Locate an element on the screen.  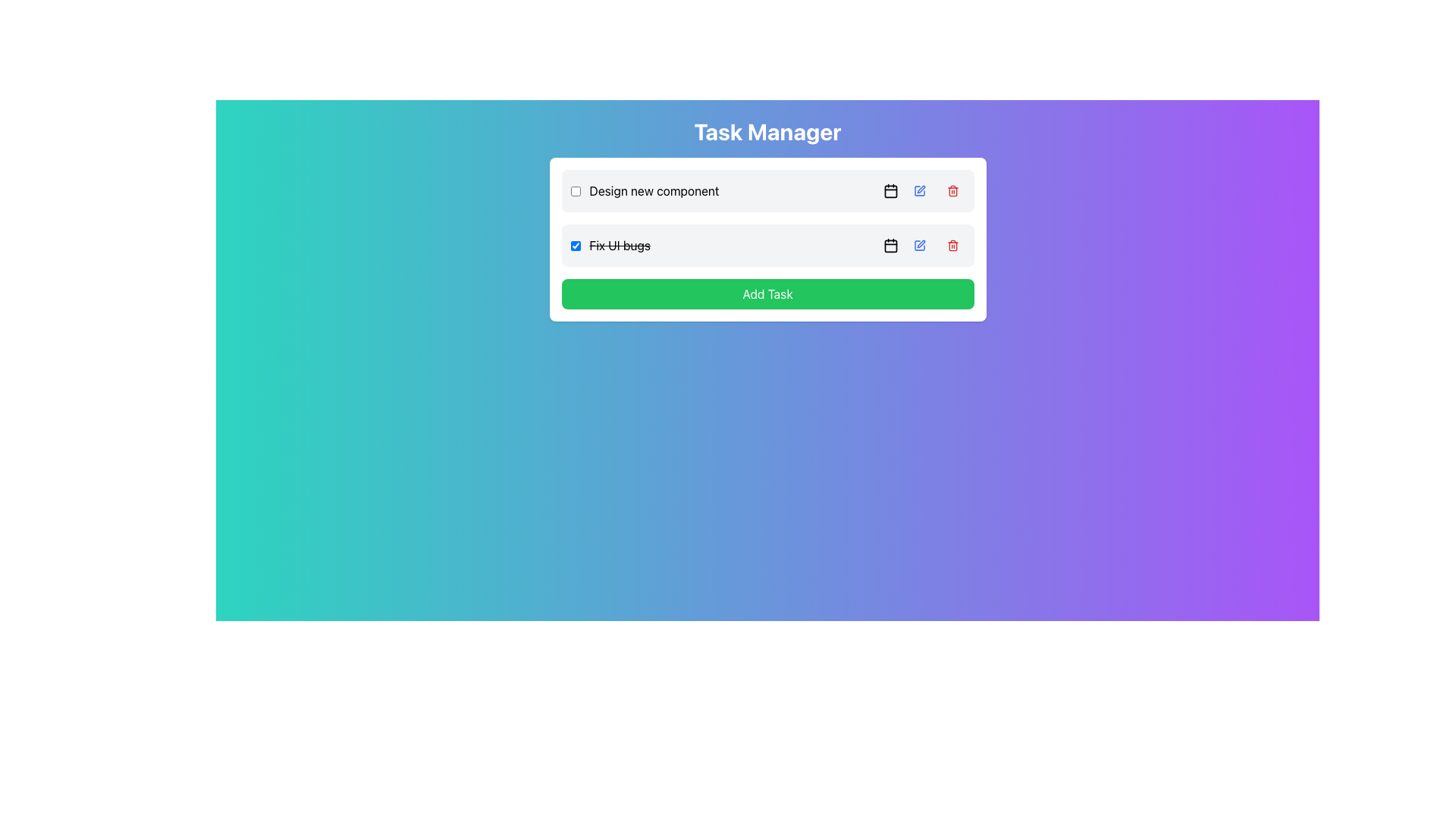
the delete icon located at the rightmost position in the second task row of the task list is located at coordinates (952, 245).